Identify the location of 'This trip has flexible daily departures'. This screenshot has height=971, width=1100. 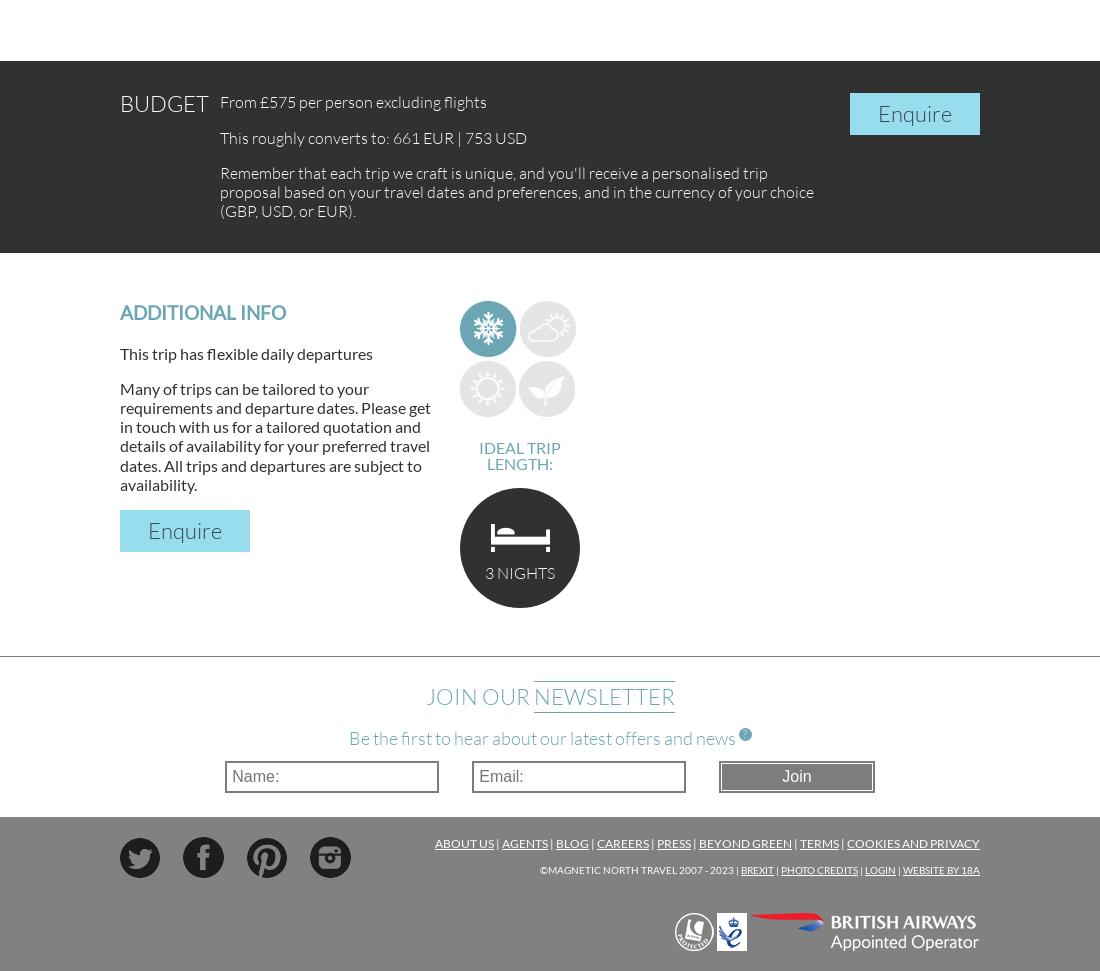
(246, 352).